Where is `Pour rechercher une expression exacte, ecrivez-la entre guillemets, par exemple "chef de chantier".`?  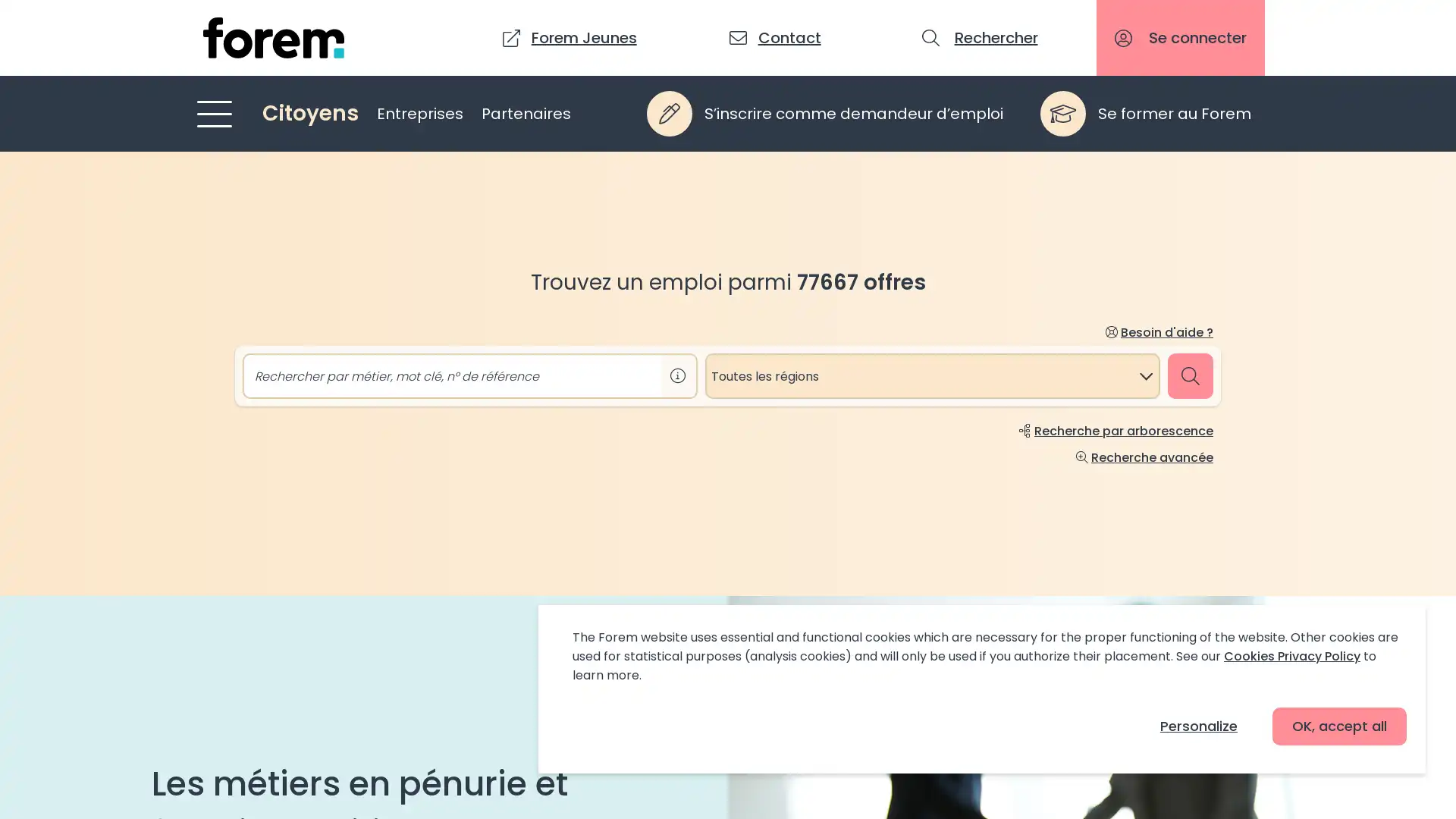 Pour rechercher une expression exacte, ecrivez-la entre guillemets, par exemple "chef de chantier". is located at coordinates (677, 375).